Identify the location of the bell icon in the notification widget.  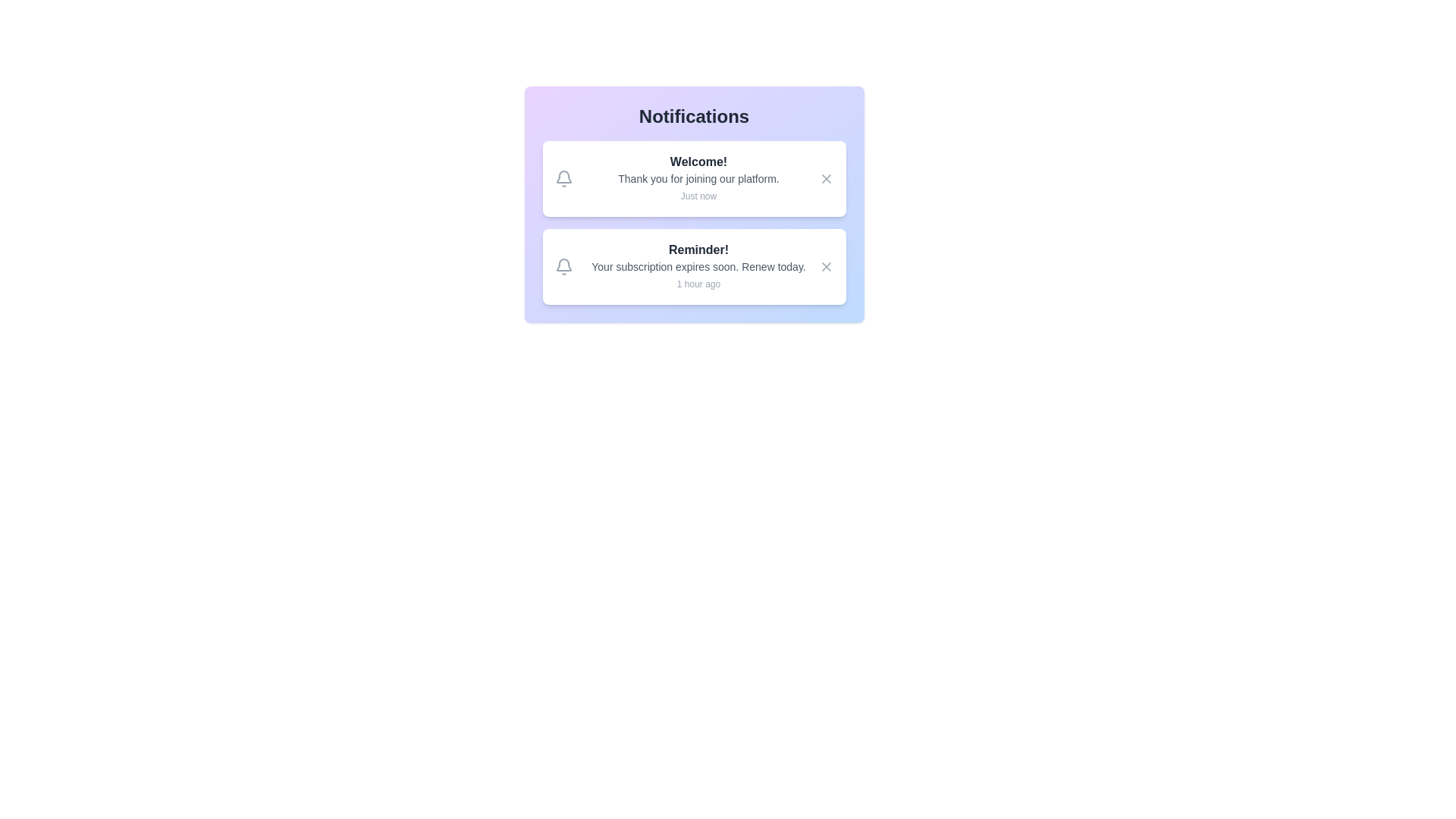
(563, 177).